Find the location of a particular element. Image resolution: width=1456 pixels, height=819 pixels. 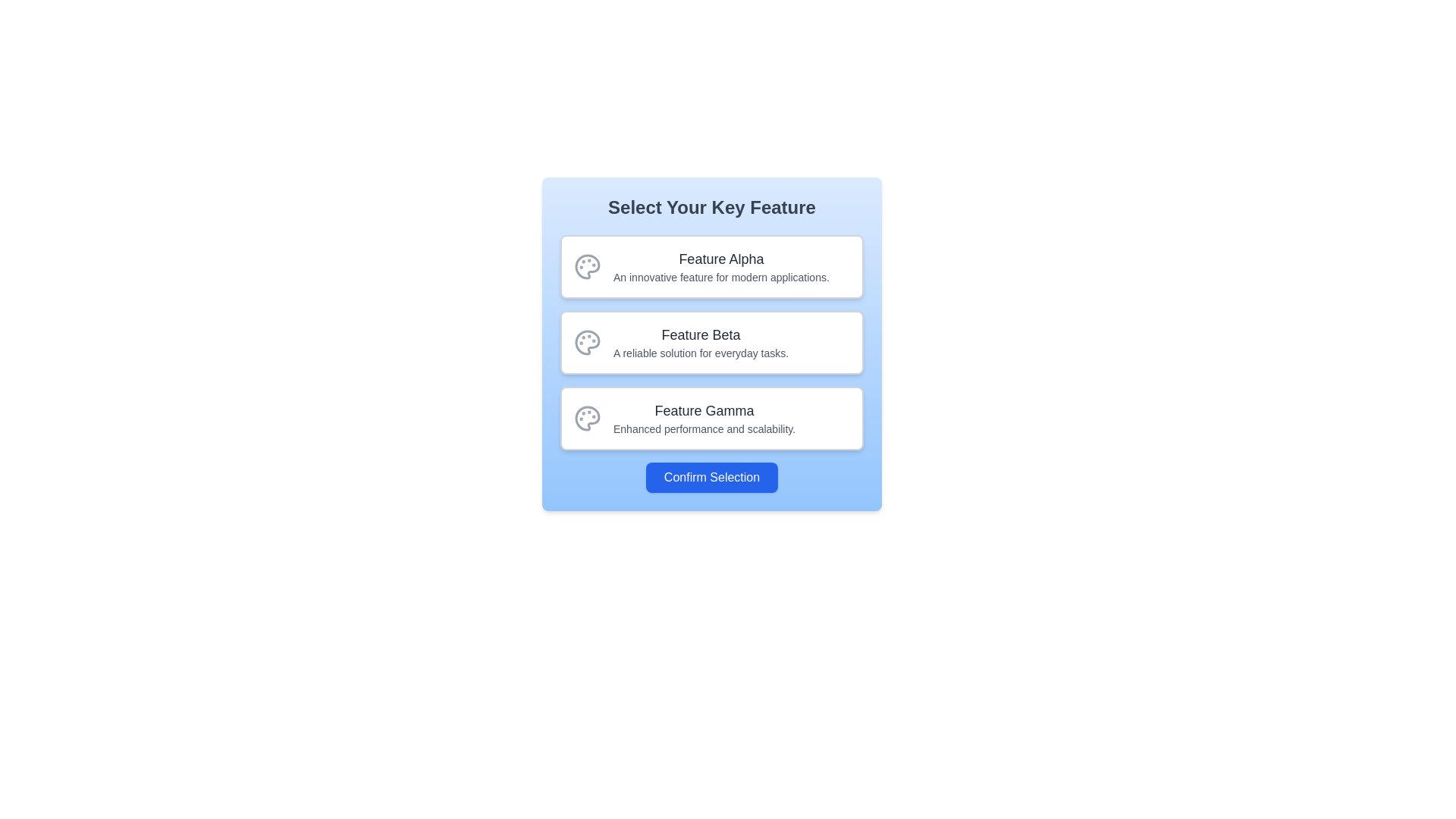

the 'Confirm Selection' button with rounded corners and a blue background to confirm the selection is located at coordinates (711, 476).